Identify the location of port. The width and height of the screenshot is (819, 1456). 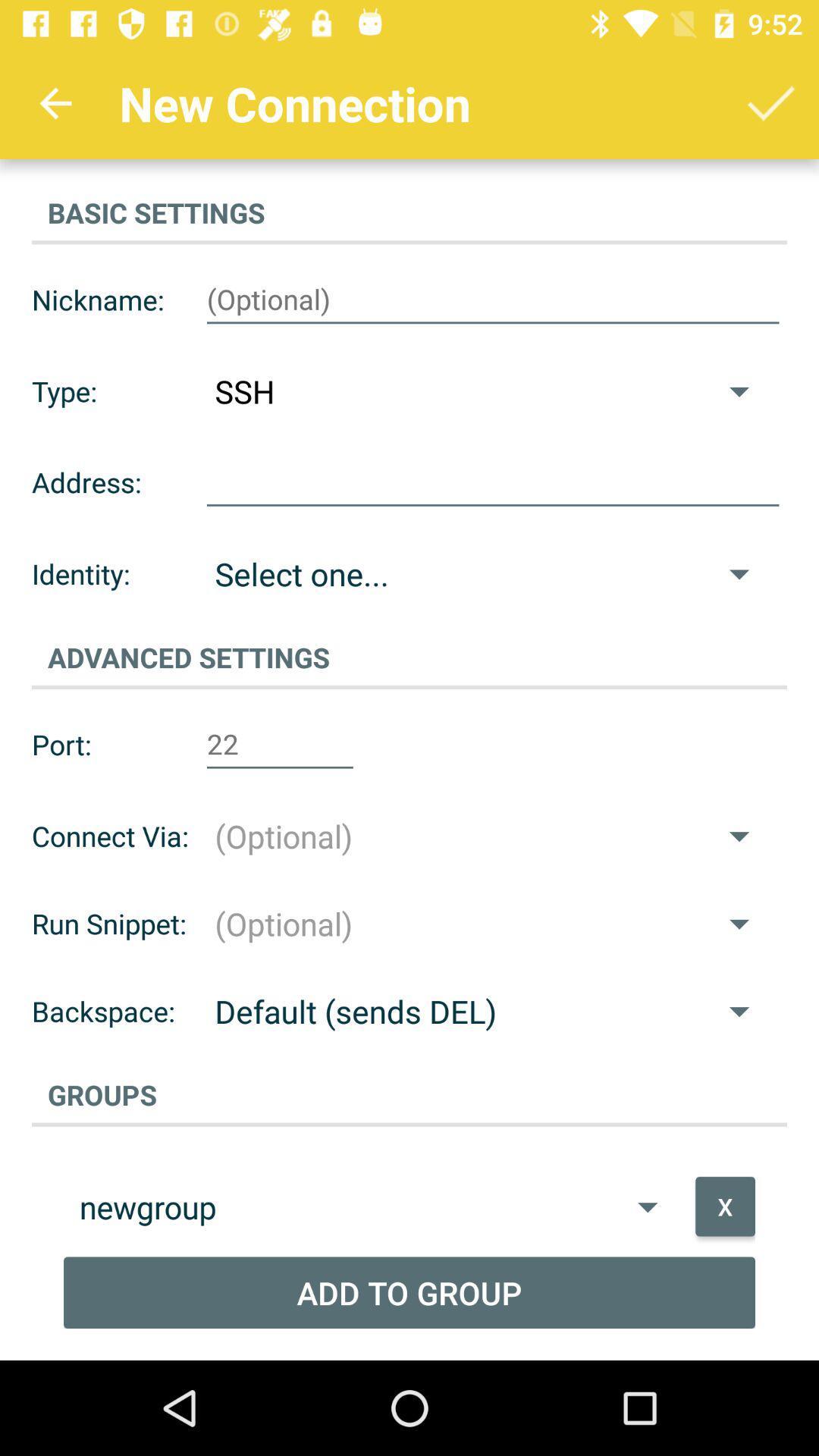
(280, 745).